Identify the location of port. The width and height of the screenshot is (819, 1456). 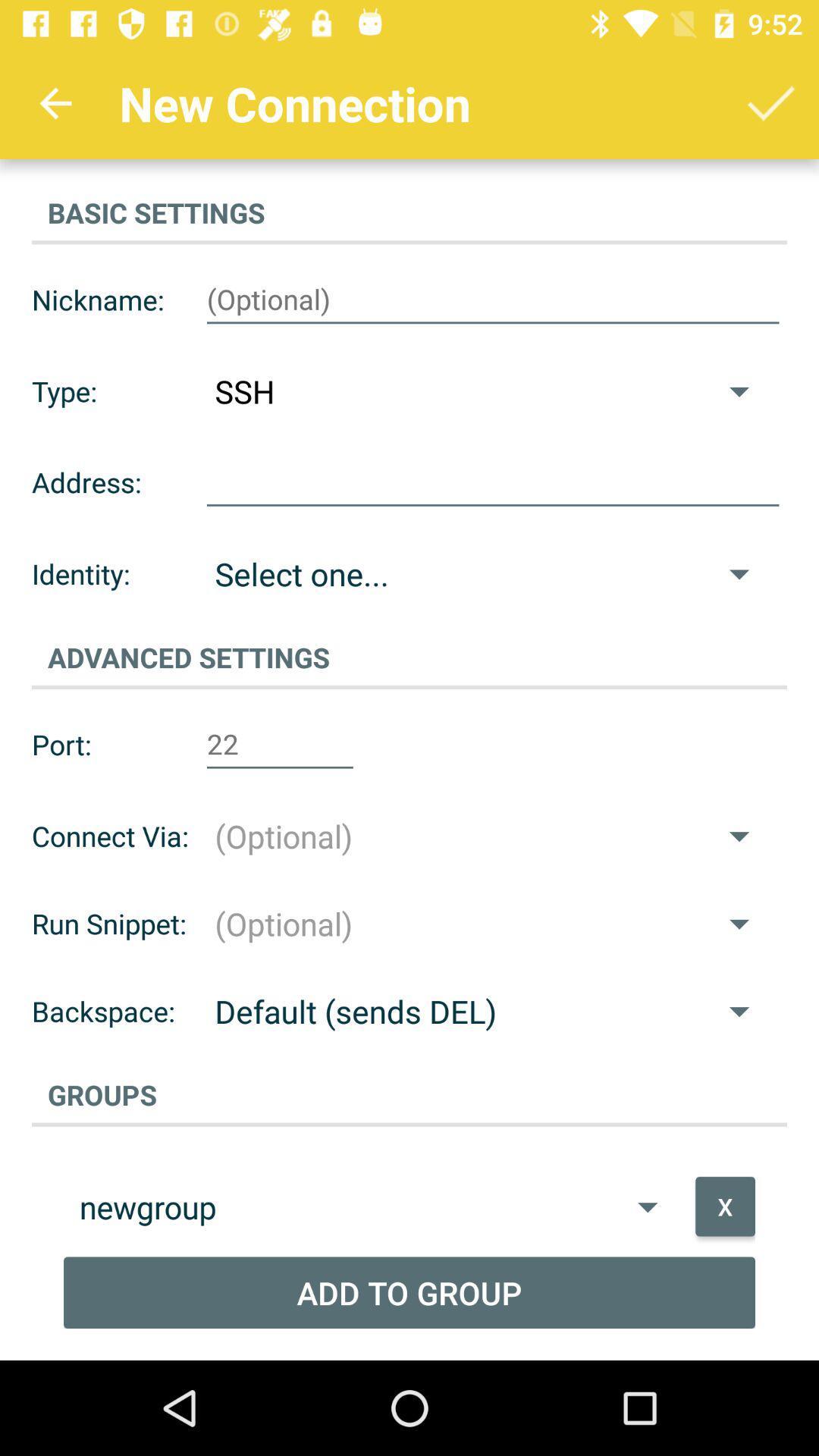
(280, 745).